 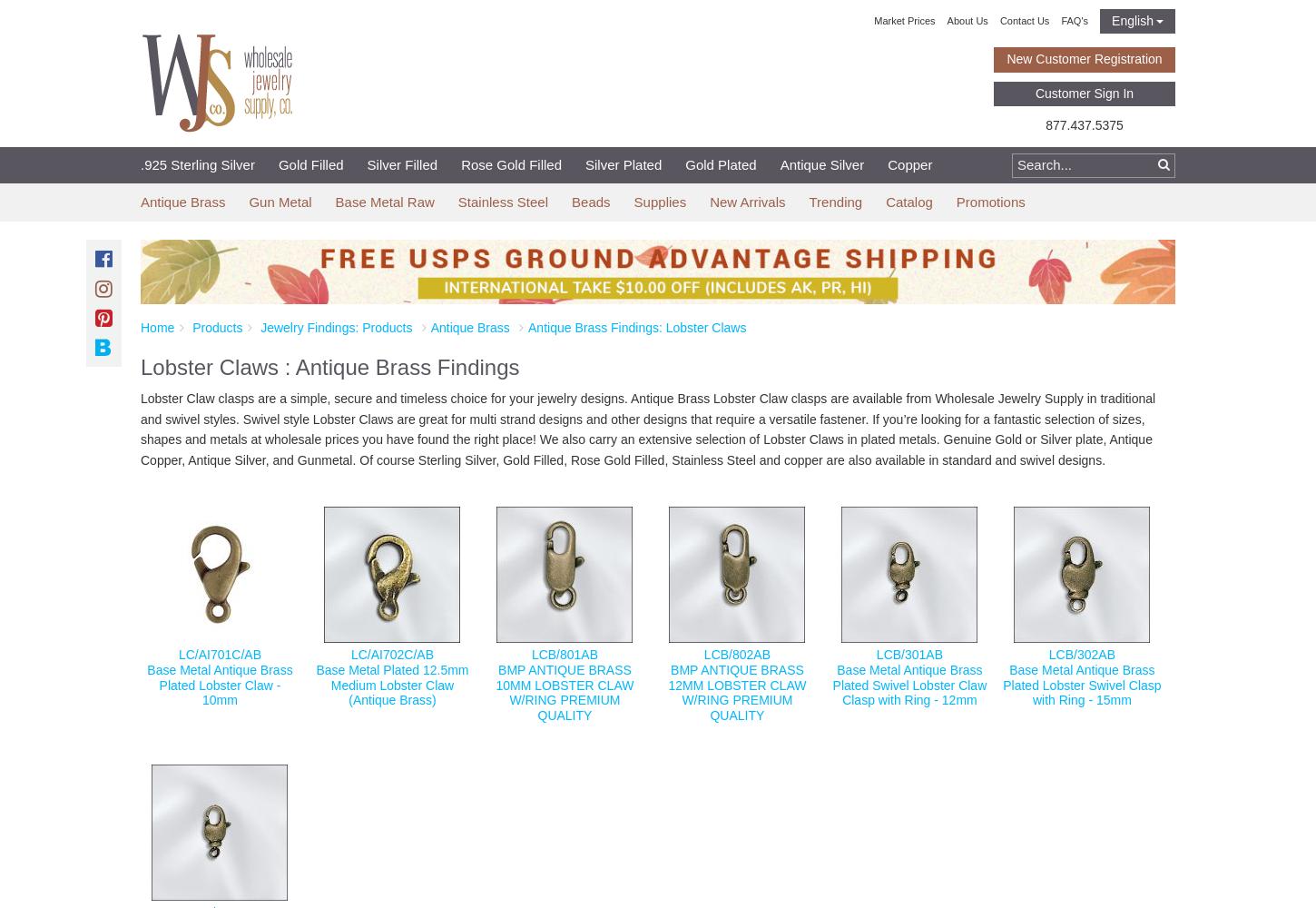 What do you see at coordinates (904, 20) in the screenshot?
I see `'Market Prices'` at bounding box center [904, 20].